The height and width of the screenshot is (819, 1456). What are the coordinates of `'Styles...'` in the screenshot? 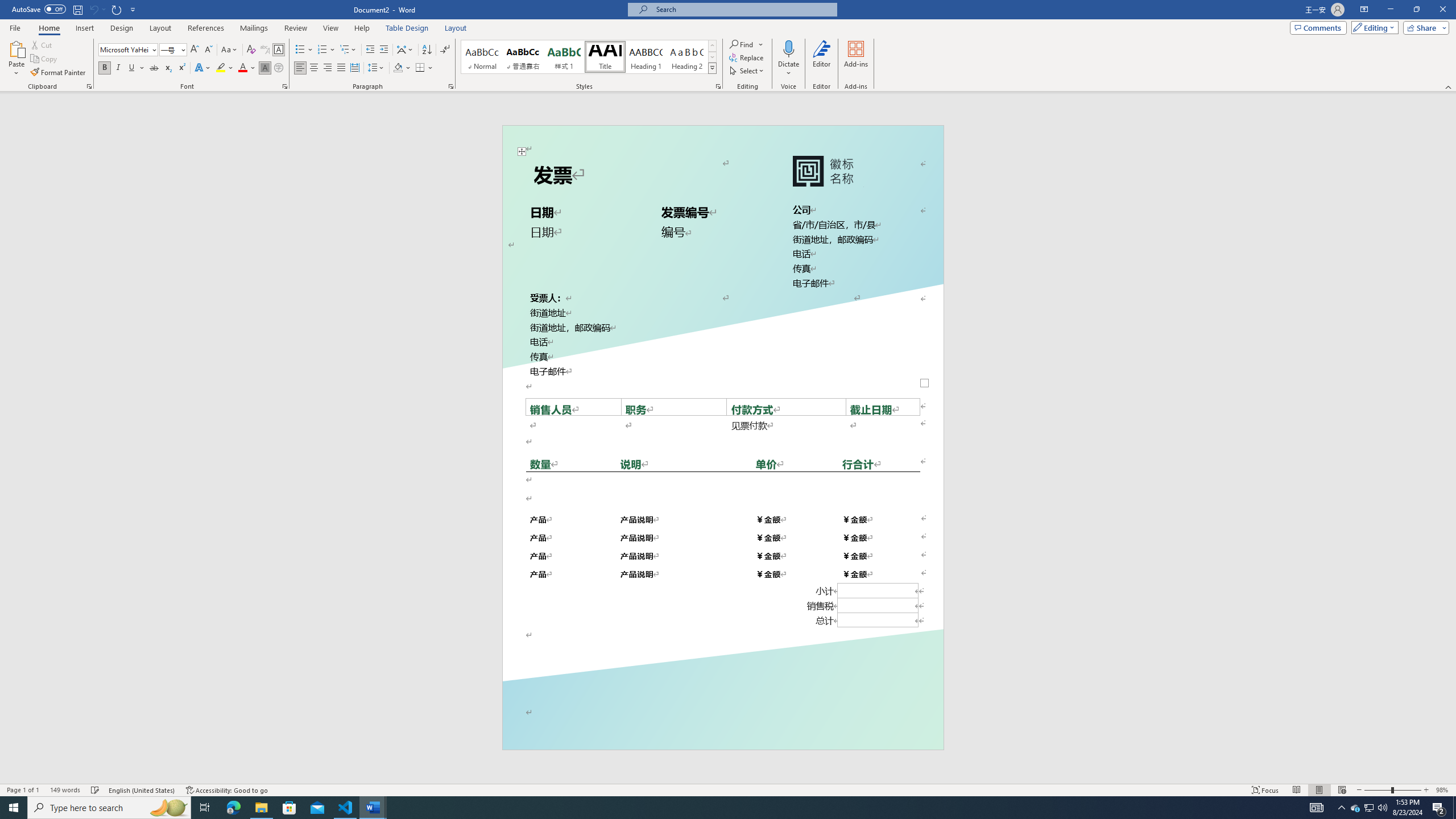 It's located at (717, 85).